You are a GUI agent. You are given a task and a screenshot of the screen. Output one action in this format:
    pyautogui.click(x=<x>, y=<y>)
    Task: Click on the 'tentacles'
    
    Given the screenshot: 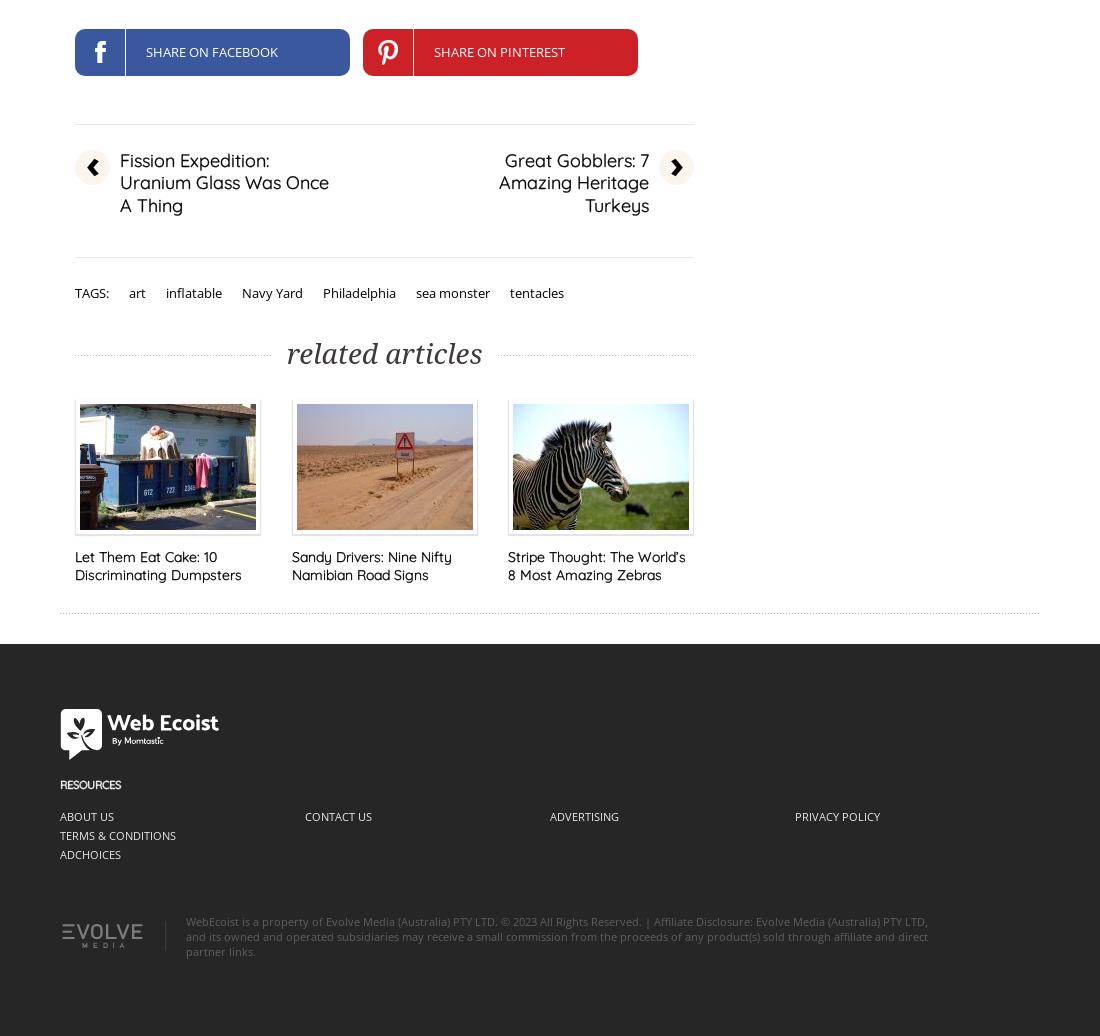 What is the action you would take?
    pyautogui.click(x=537, y=292)
    